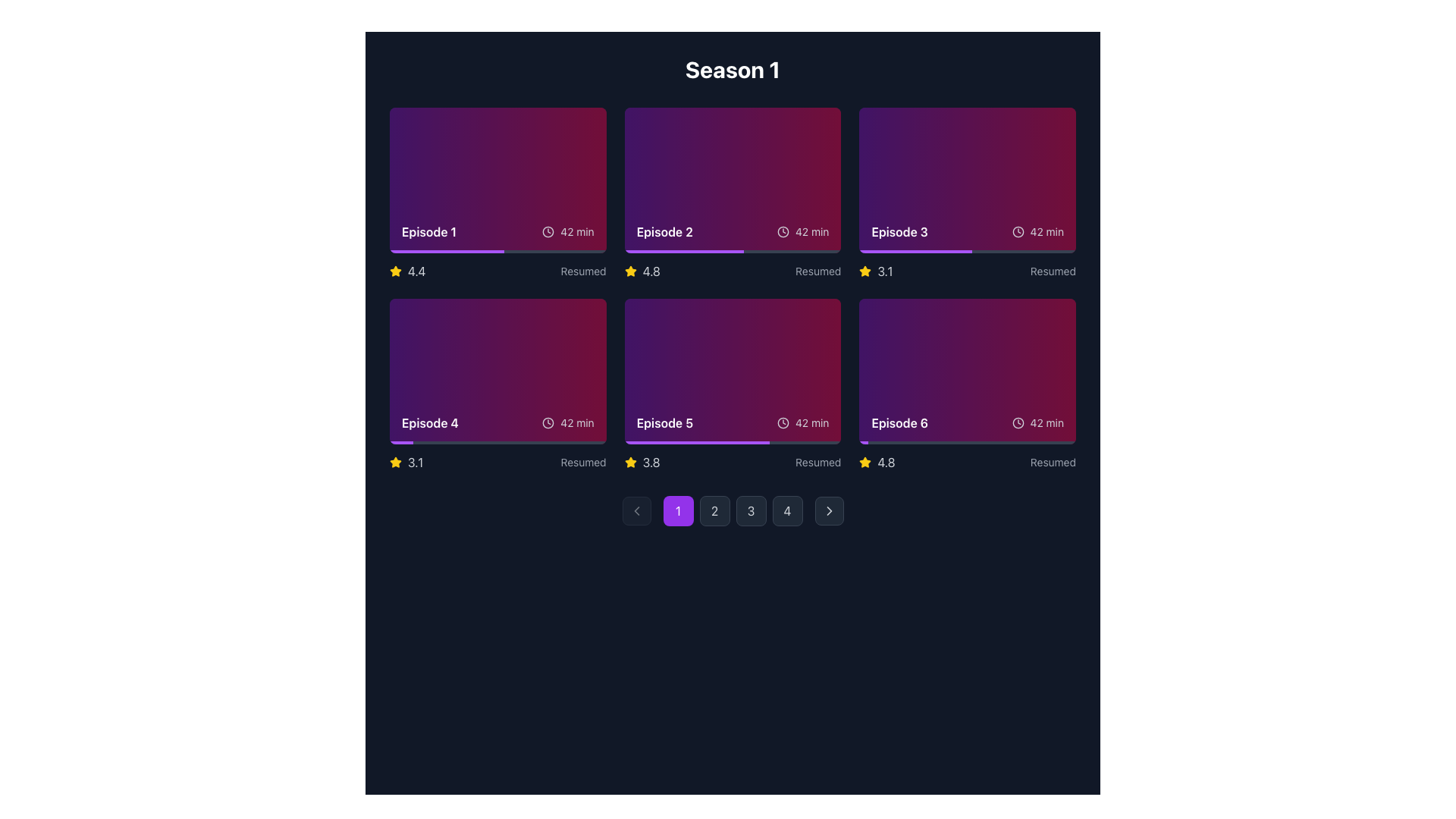  I want to click on the displayed information of the Text and Icon Group that includes the title 'Episode 4' and duration '42 min', located in the bottom section of the second card in the second row of the episode grid, so click(497, 423).